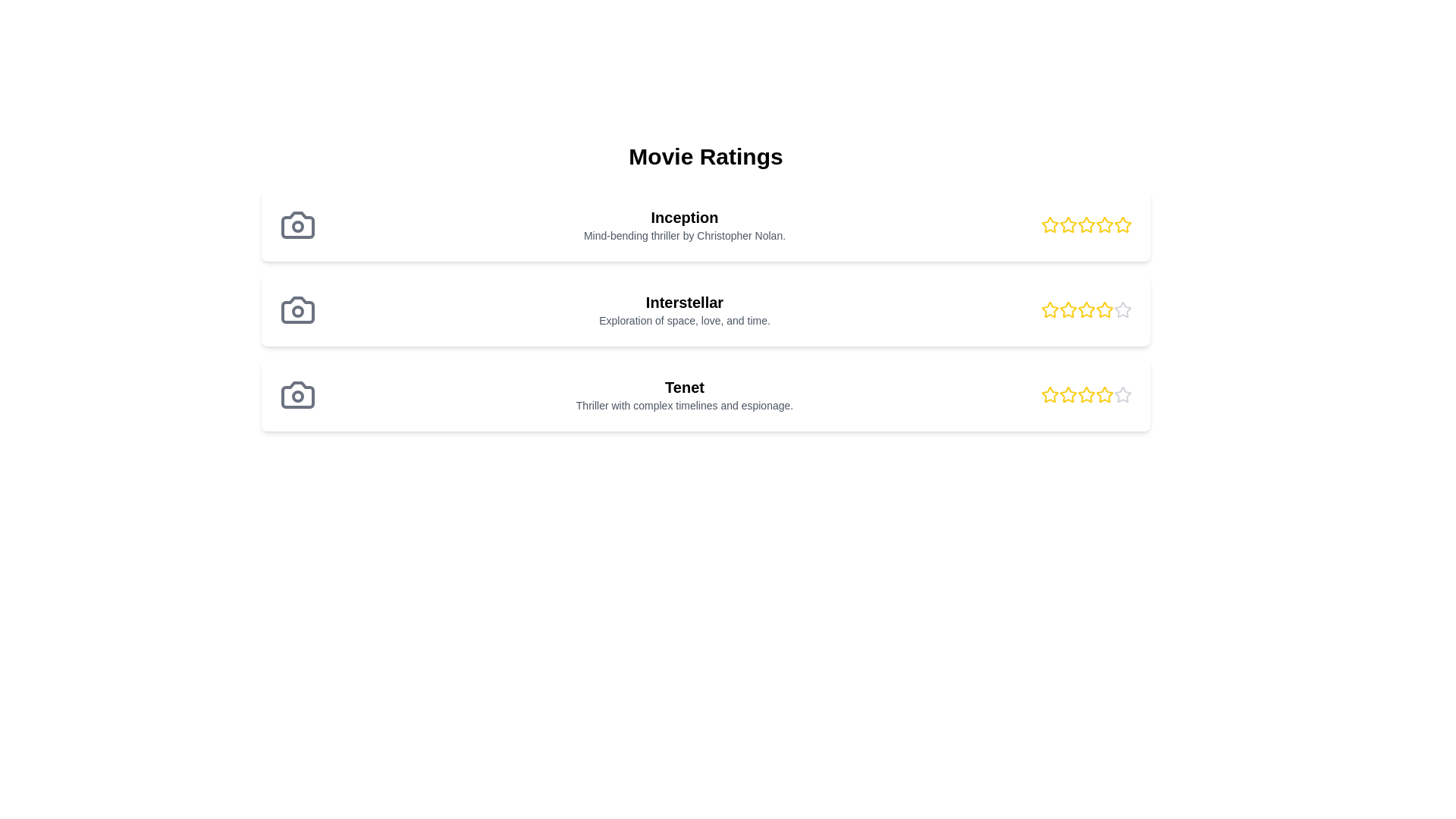  I want to click on the camera icon located in the upper rectangular section of the 'Interstellar' movie rating card, which features a minimalistic gray design, so click(298, 309).